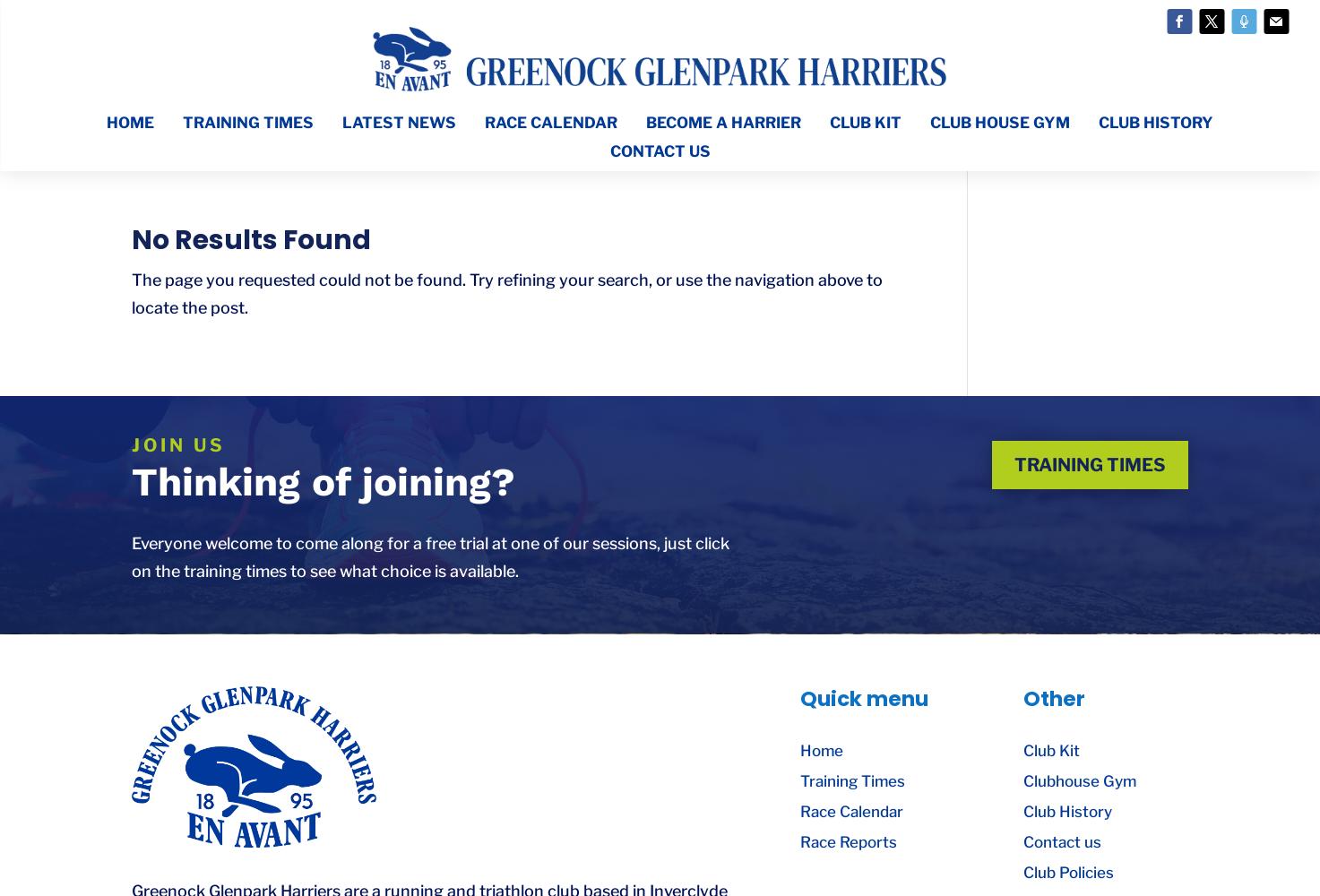  What do you see at coordinates (1065, 812) in the screenshot?
I see `'Club History'` at bounding box center [1065, 812].